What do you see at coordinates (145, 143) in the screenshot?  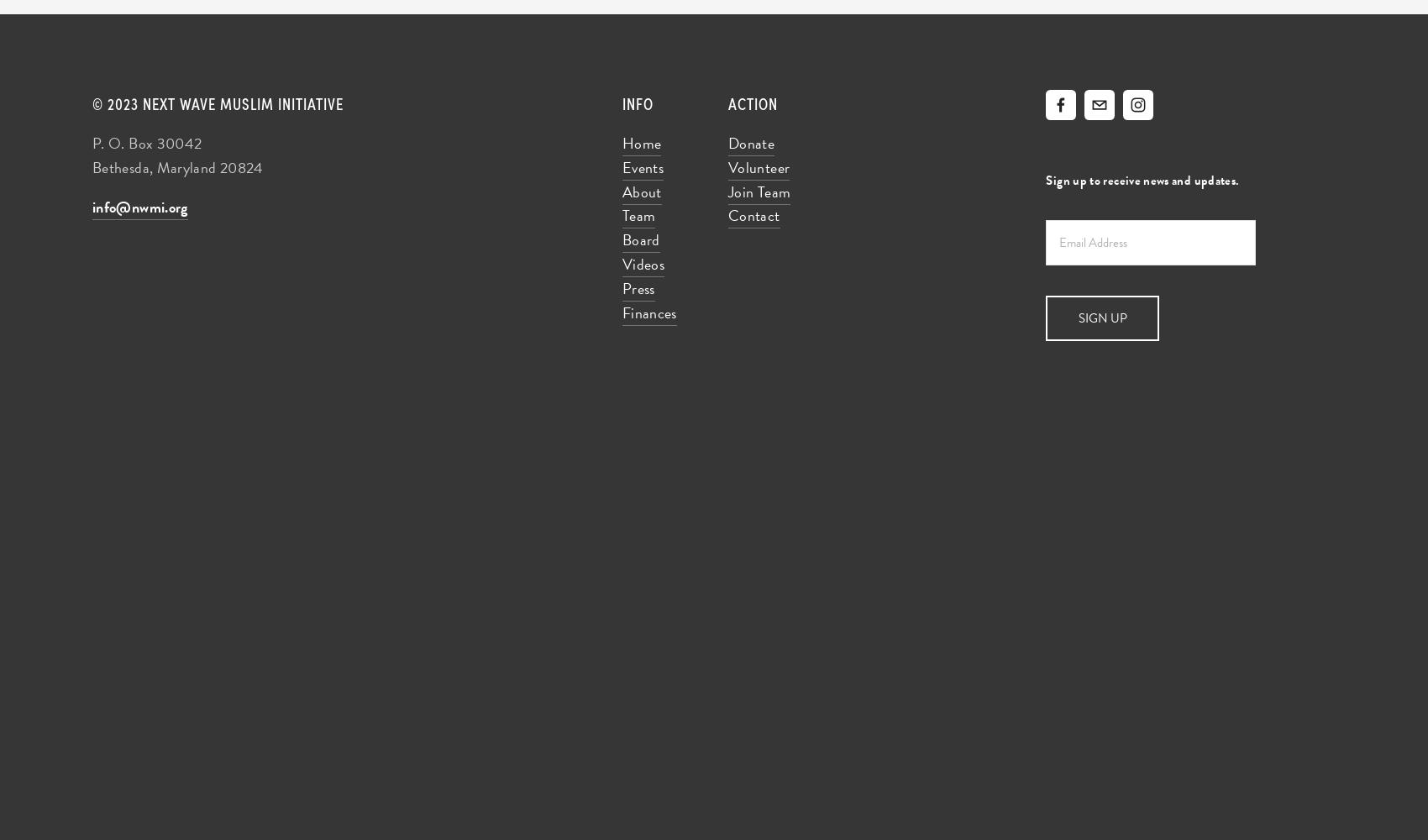 I see `'P. O. Box 30042'` at bounding box center [145, 143].